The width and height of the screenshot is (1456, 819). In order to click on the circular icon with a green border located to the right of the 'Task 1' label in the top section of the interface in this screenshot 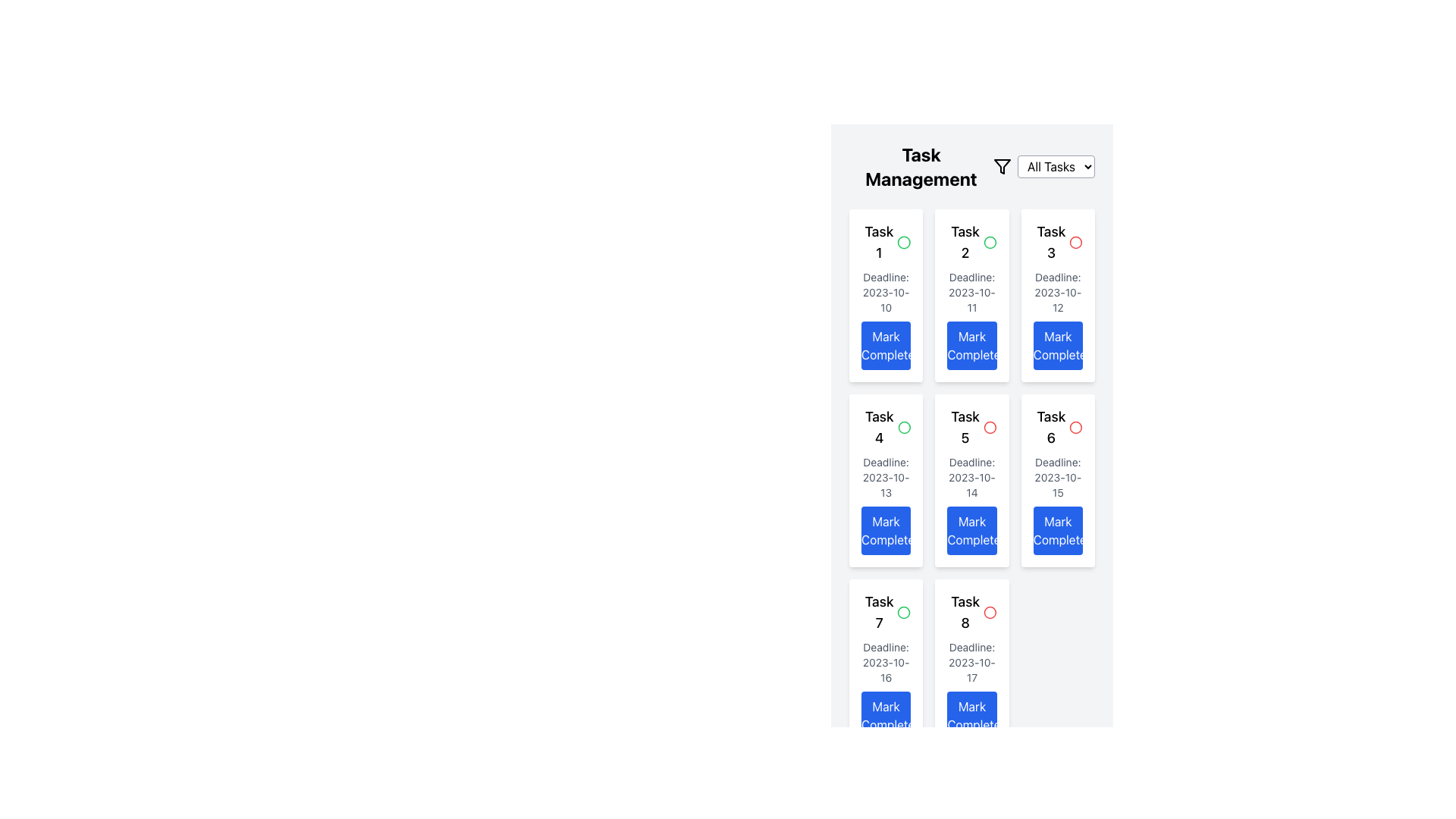, I will do `click(904, 242)`.